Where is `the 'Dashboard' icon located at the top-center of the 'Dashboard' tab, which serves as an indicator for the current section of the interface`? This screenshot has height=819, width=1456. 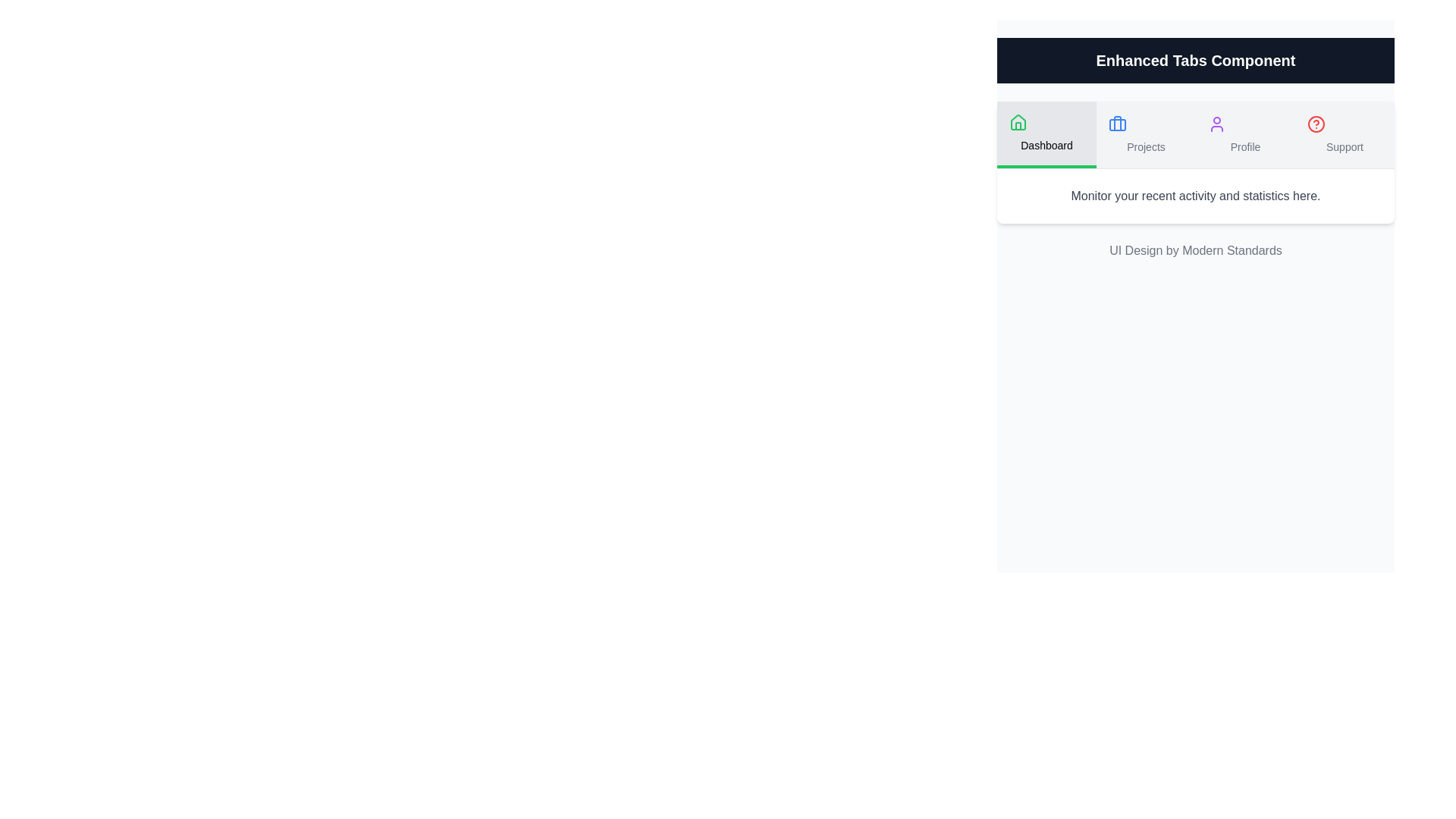
the 'Dashboard' icon located at the top-center of the 'Dashboard' tab, which serves as an indicator for the current section of the interface is located at coordinates (1018, 122).